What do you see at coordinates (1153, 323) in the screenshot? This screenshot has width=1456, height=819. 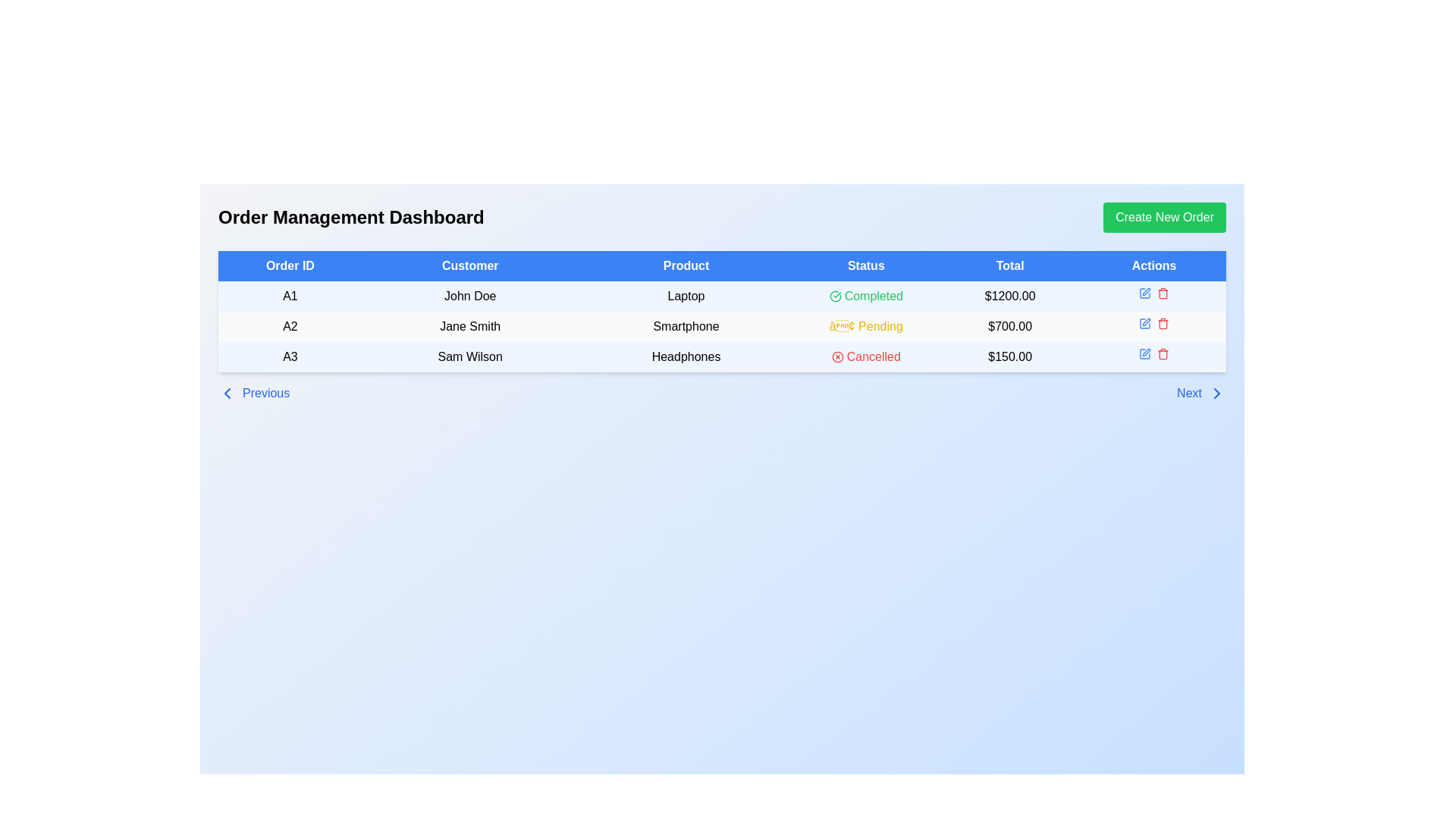 I see `the edit icon in the 'Actions' column for the order by 'Jane Smith' to initiate editing the order` at bounding box center [1153, 323].